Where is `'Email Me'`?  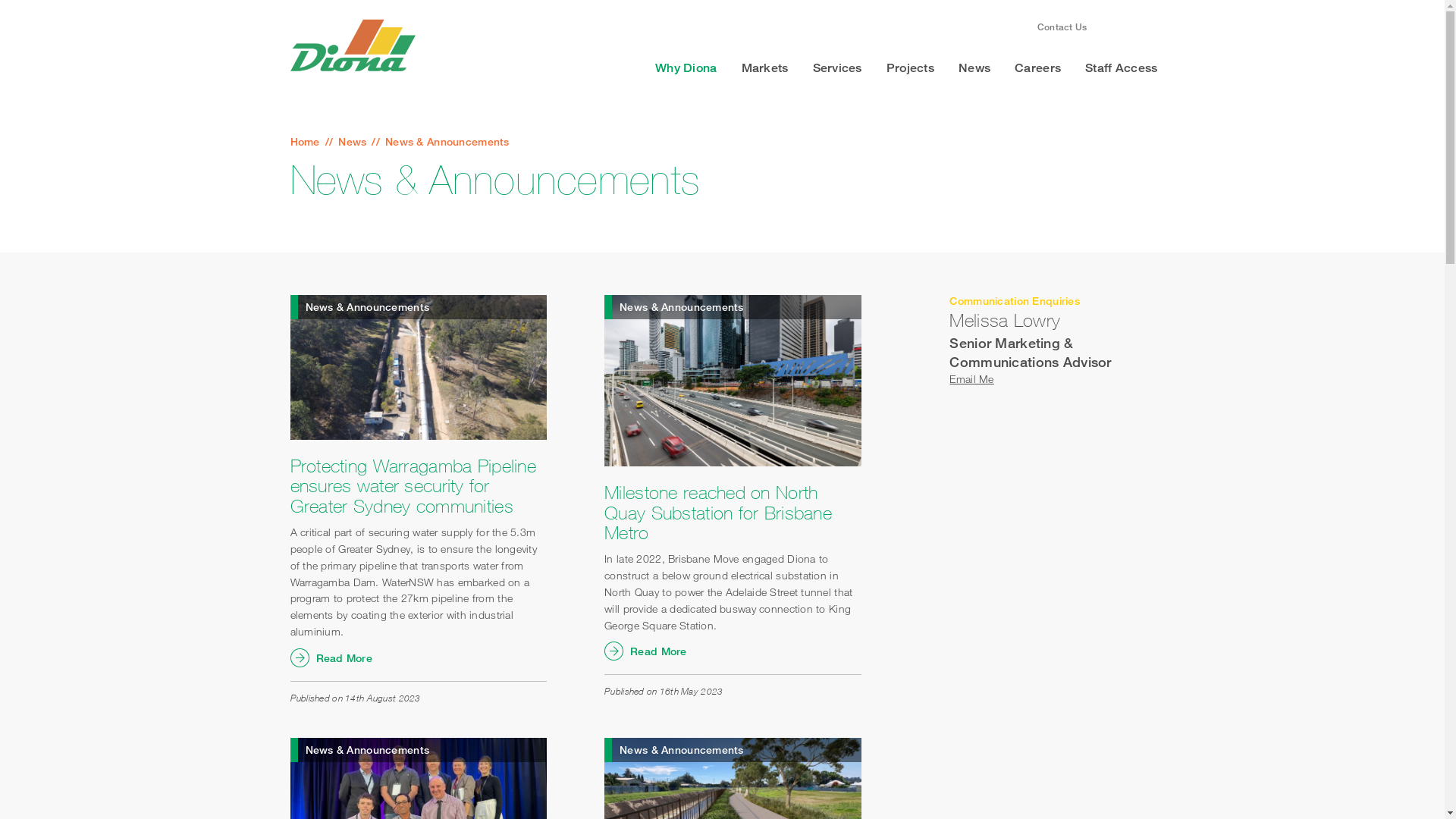 'Email Me' is located at coordinates (949, 378).